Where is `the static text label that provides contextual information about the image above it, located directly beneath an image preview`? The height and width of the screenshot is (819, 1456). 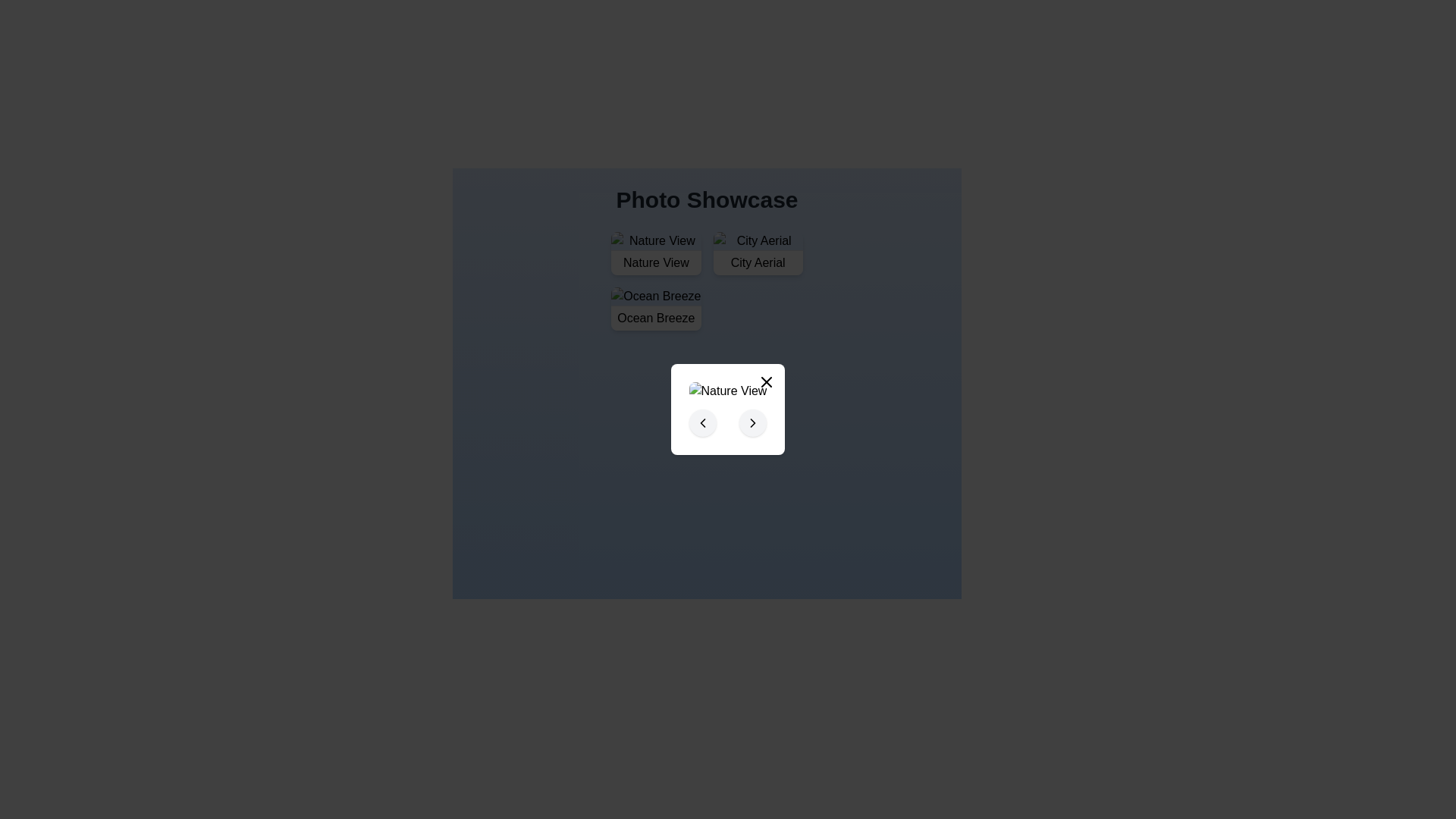
the static text label that provides contextual information about the image above it, located directly beneath an image preview is located at coordinates (656, 262).